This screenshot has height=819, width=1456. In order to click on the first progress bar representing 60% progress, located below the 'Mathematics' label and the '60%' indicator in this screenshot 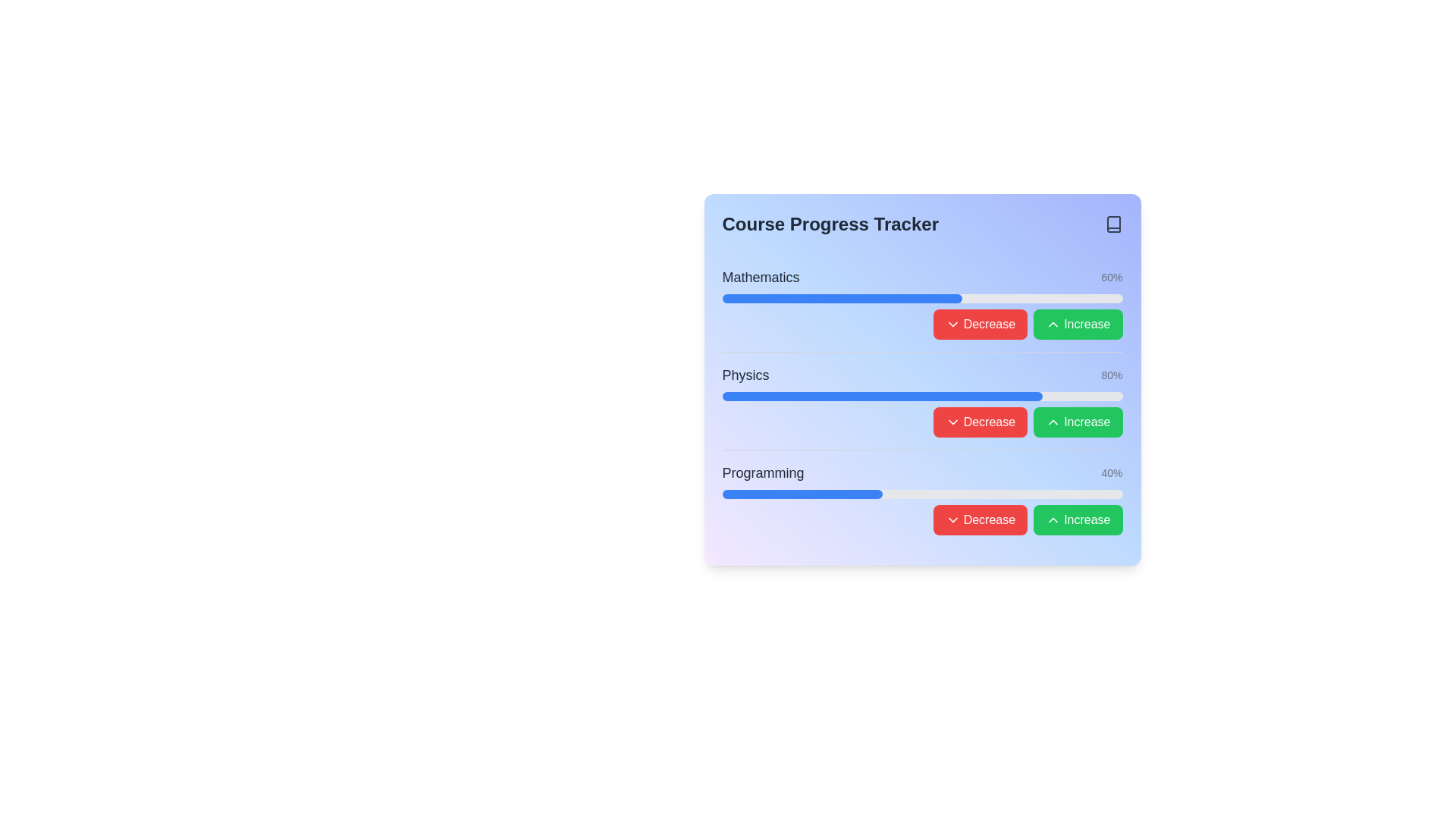, I will do `click(921, 298)`.